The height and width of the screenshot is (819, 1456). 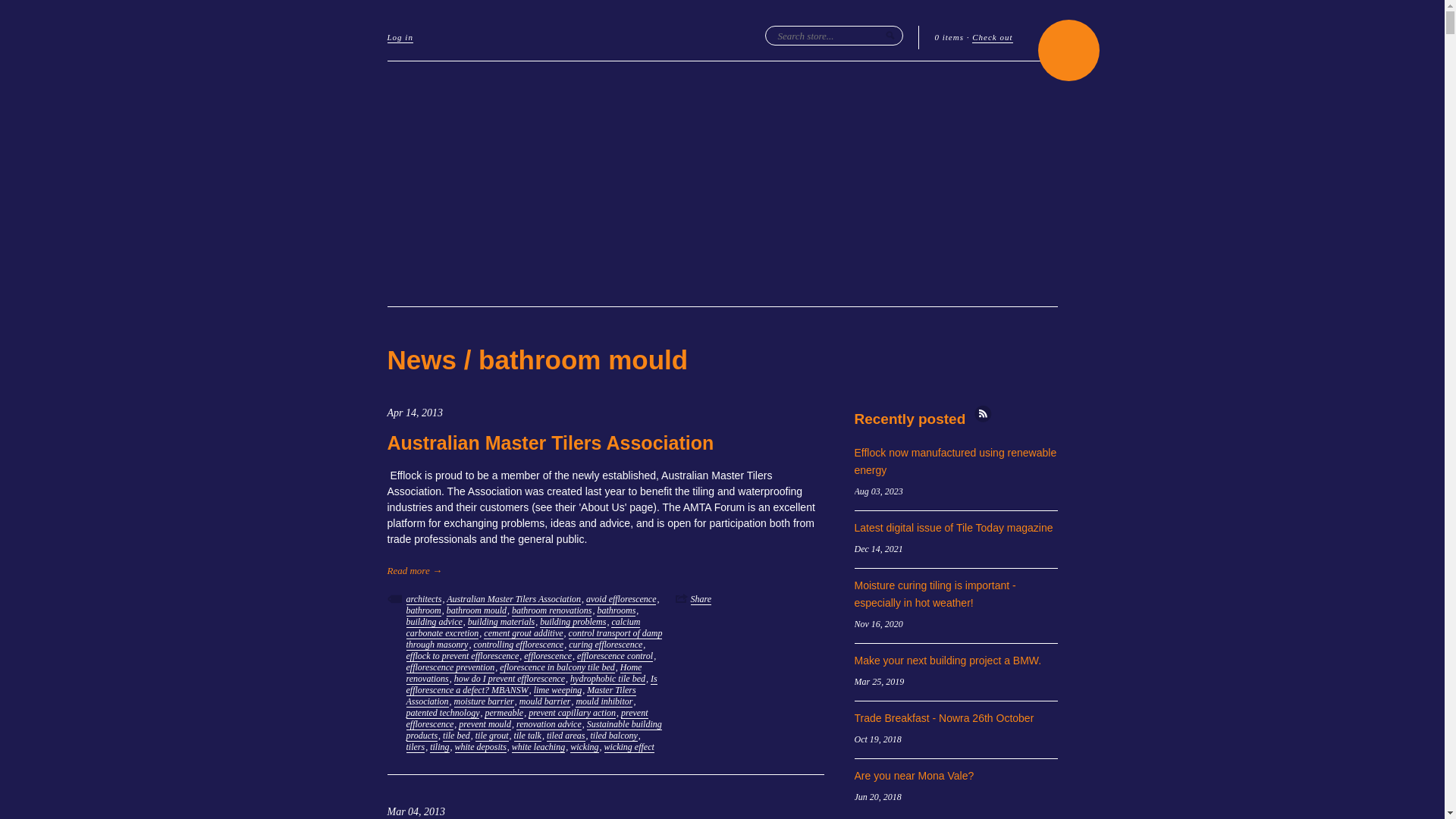 What do you see at coordinates (551, 610) in the screenshot?
I see `'bathroom renovations'` at bounding box center [551, 610].